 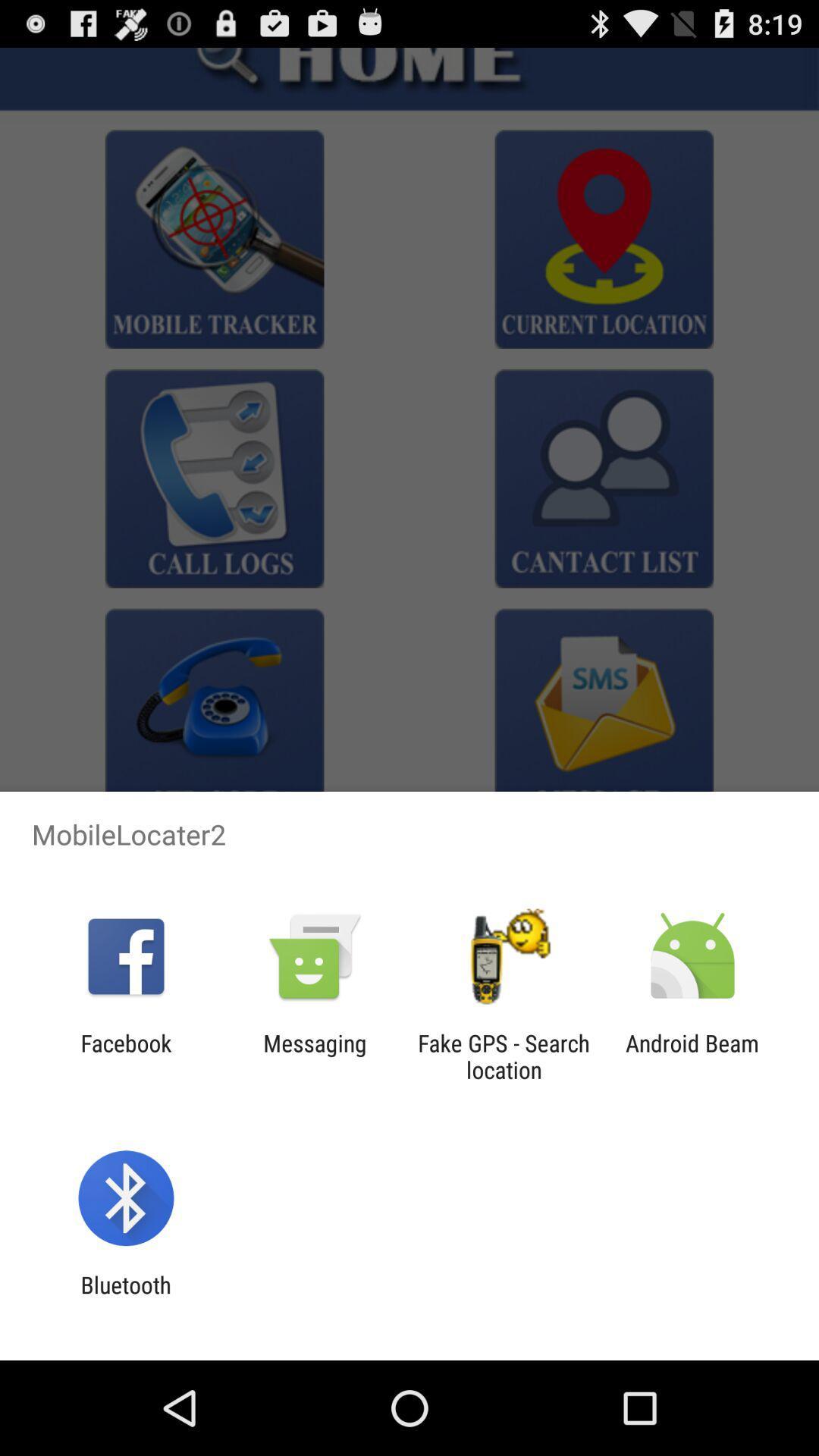 I want to click on the messaging item, so click(x=314, y=1056).